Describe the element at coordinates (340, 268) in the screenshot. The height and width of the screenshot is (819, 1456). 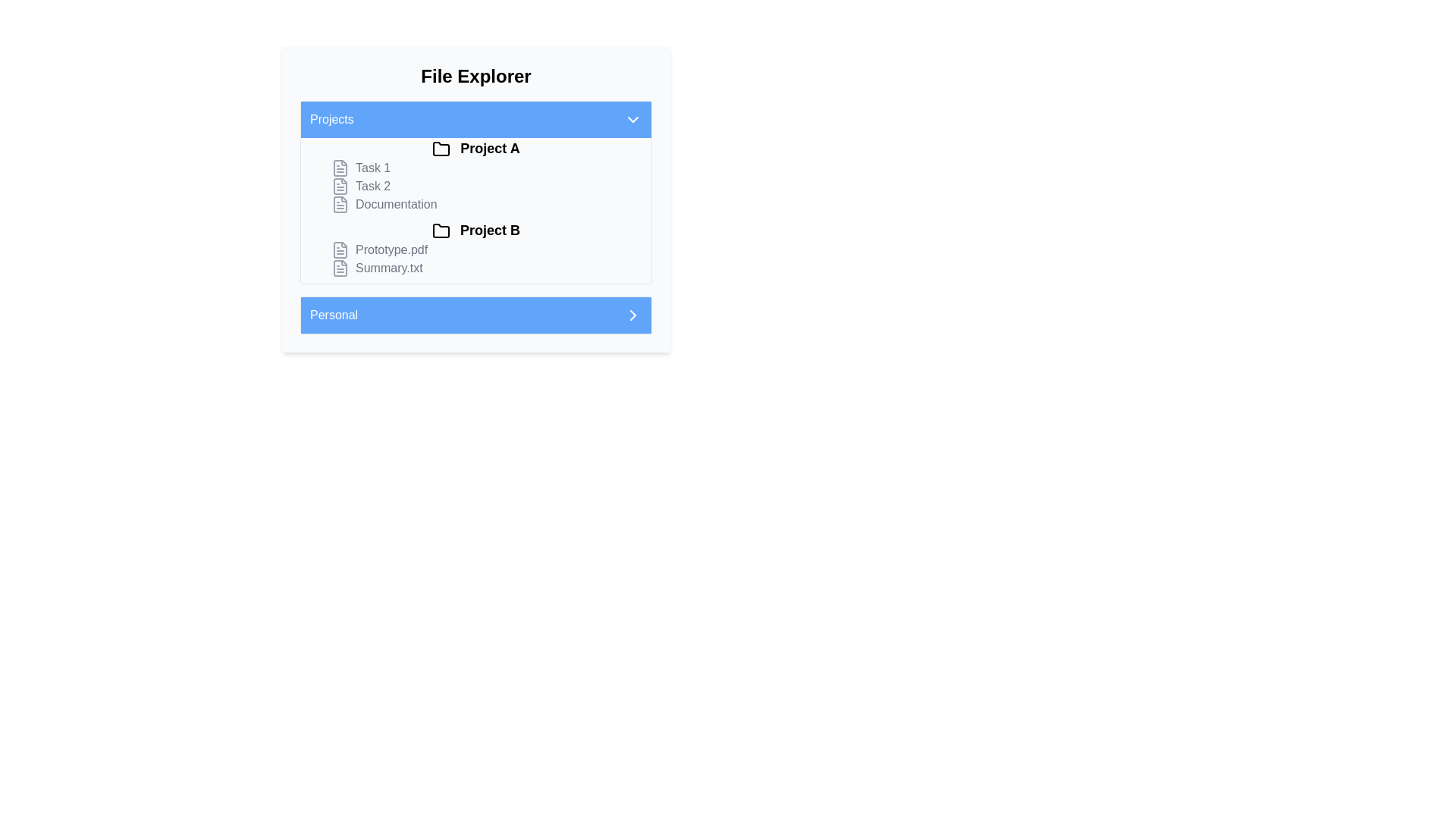
I see `the file icon representing 'Summary.txt', which is the fourth item in the list of projects in the File Explorer interface` at that location.